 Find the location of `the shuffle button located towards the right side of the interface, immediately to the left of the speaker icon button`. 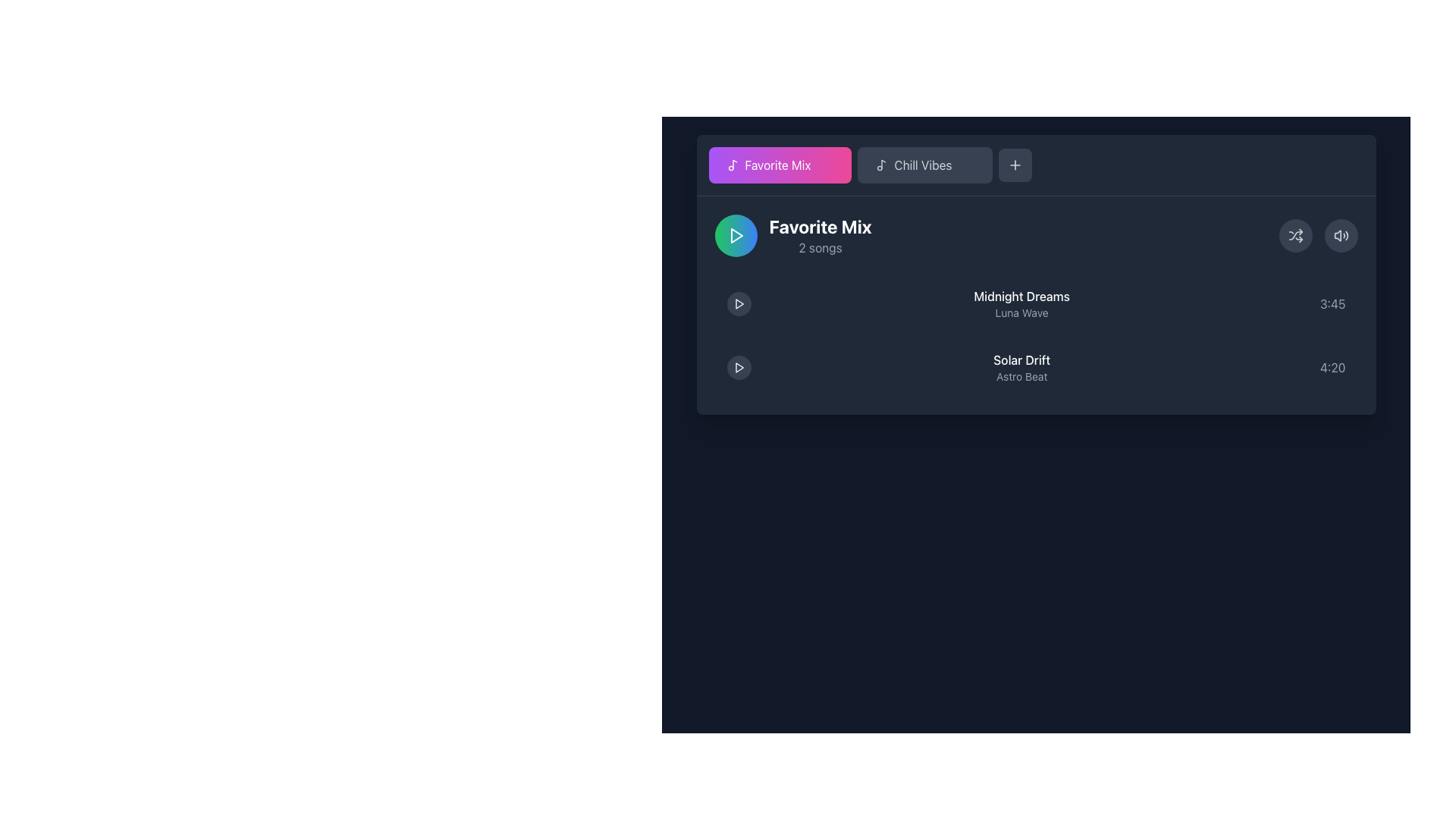

the shuffle button located towards the right side of the interface, immediately to the left of the speaker icon button is located at coordinates (1294, 236).